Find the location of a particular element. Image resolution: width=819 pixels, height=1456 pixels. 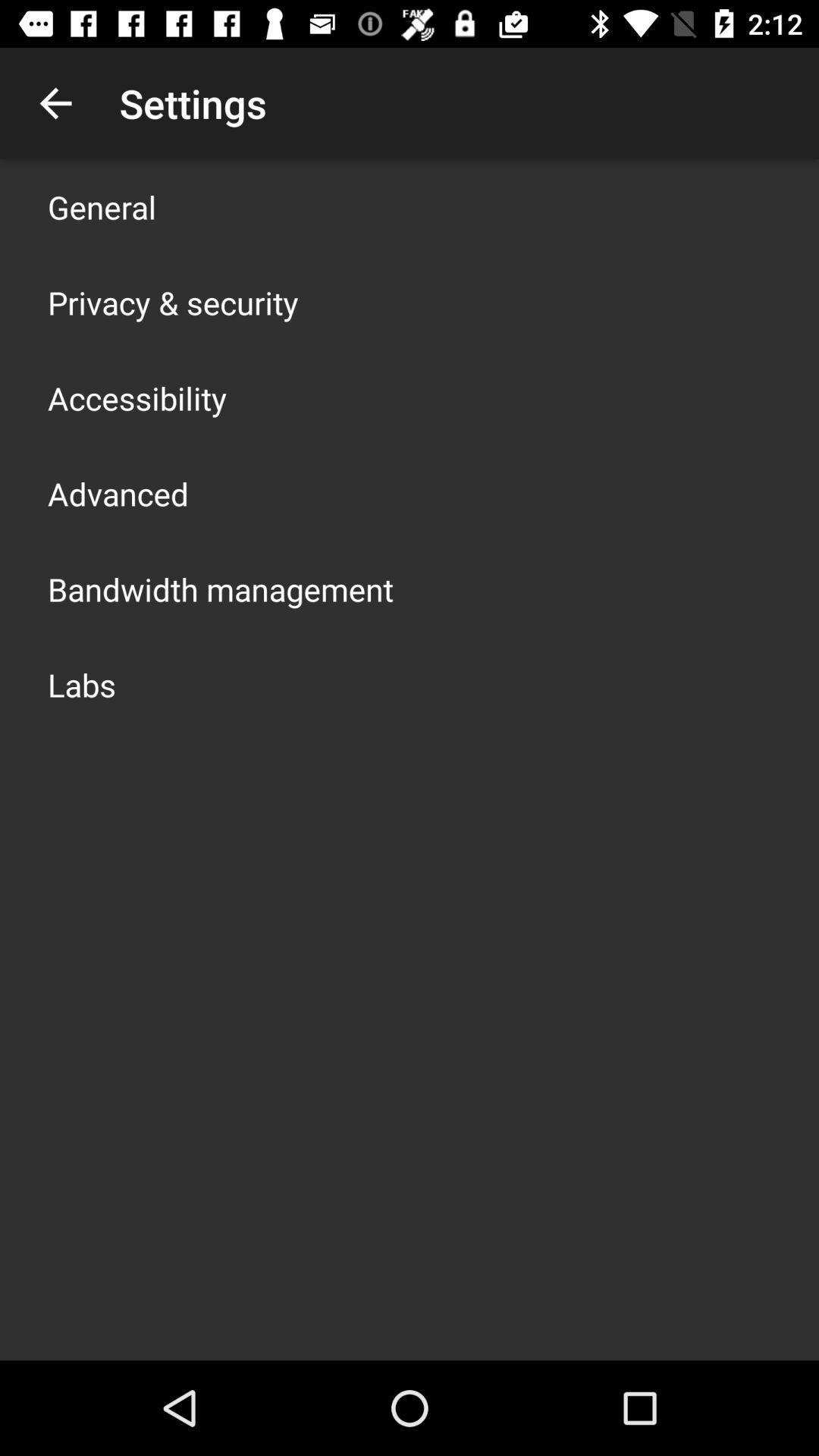

the bandwidth management item is located at coordinates (220, 588).